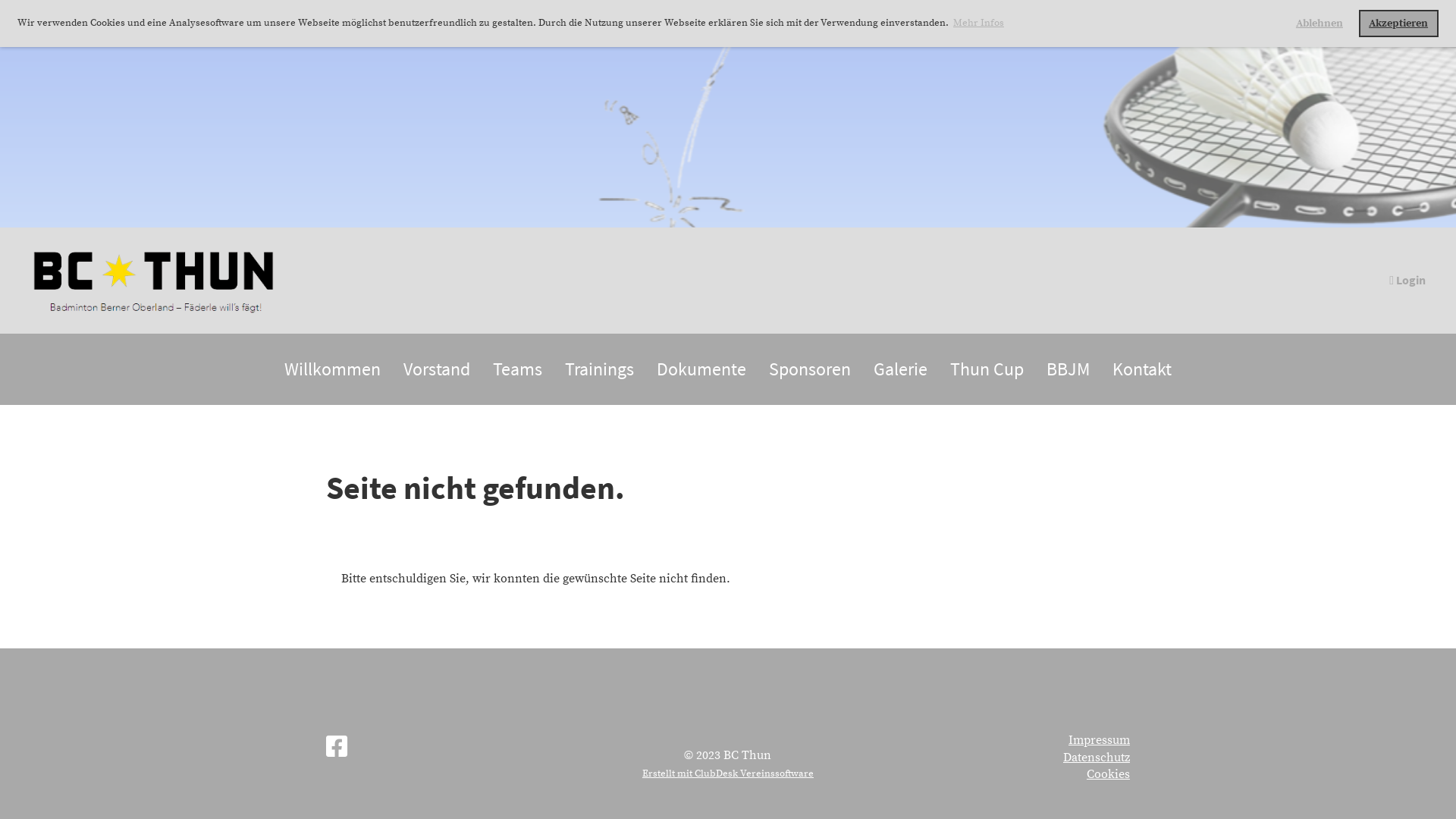  Describe the element at coordinates (1398, 23) in the screenshot. I see `'Akzeptieren'` at that location.